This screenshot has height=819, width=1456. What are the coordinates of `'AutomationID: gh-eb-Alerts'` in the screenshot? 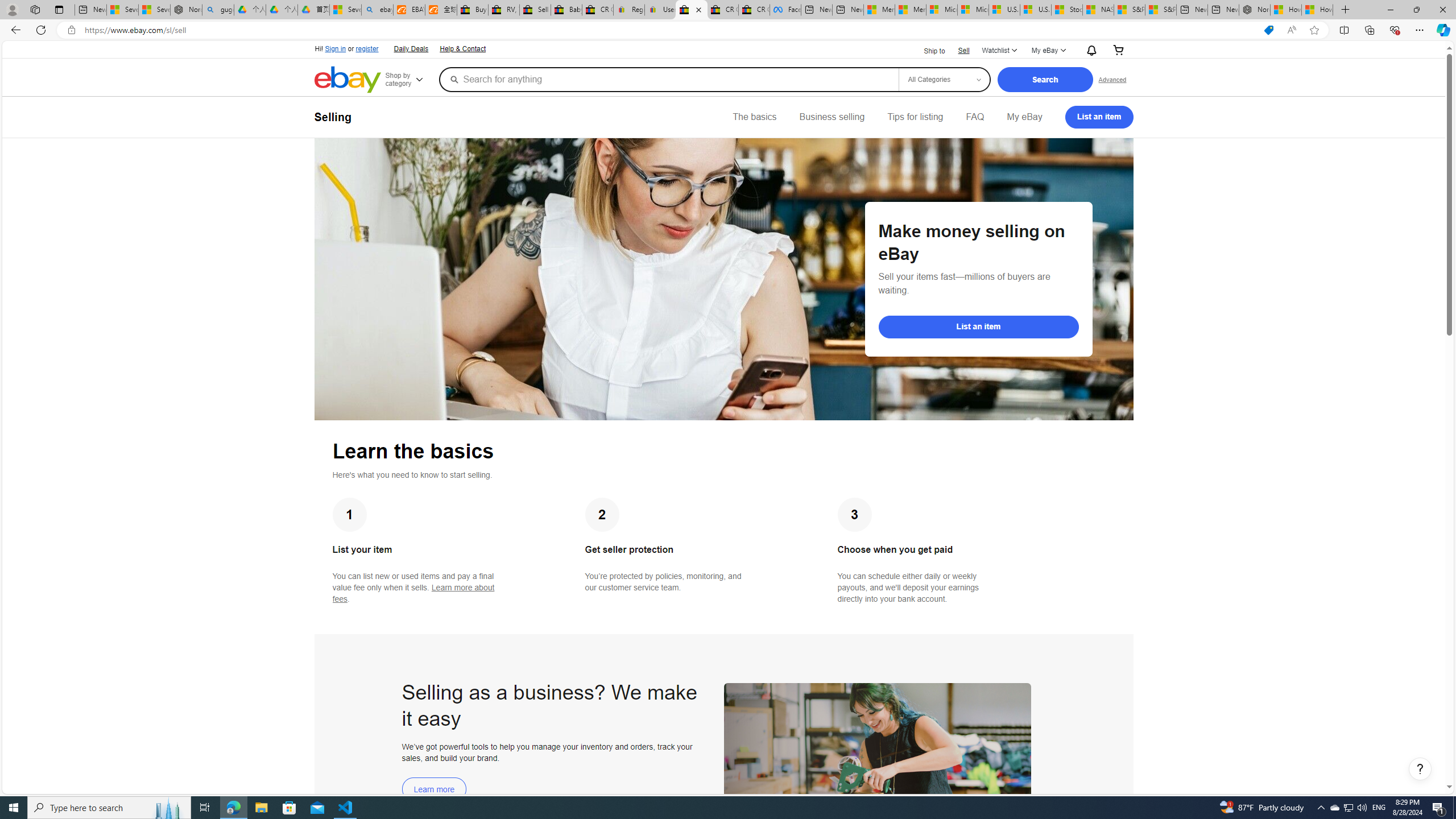 It's located at (1090, 50).